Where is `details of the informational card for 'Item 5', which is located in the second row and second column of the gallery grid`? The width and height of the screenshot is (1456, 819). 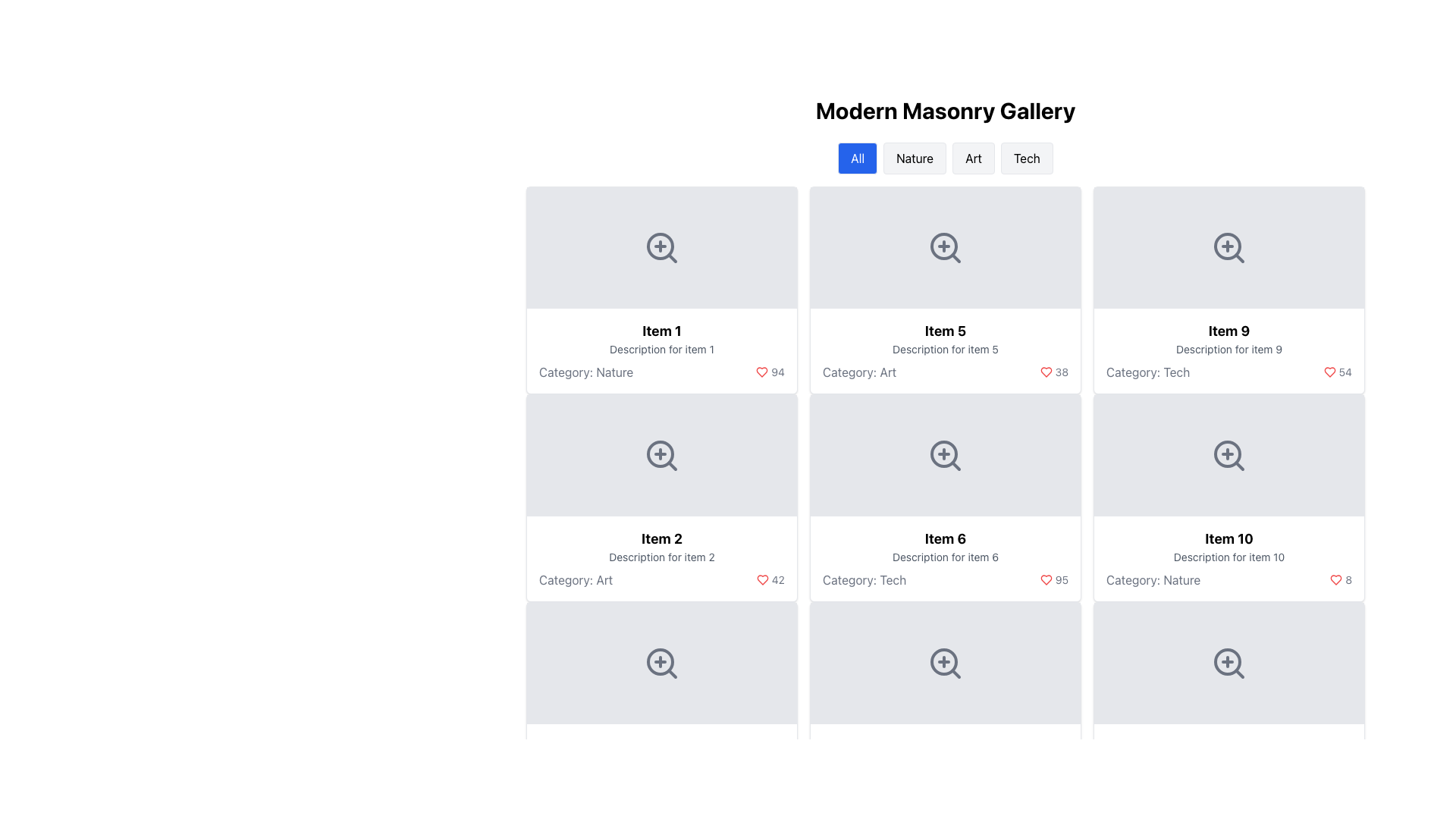 details of the informational card for 'Item 5', which is located in the second row and second column of the gallery grid is located at coordinates (945, 350).